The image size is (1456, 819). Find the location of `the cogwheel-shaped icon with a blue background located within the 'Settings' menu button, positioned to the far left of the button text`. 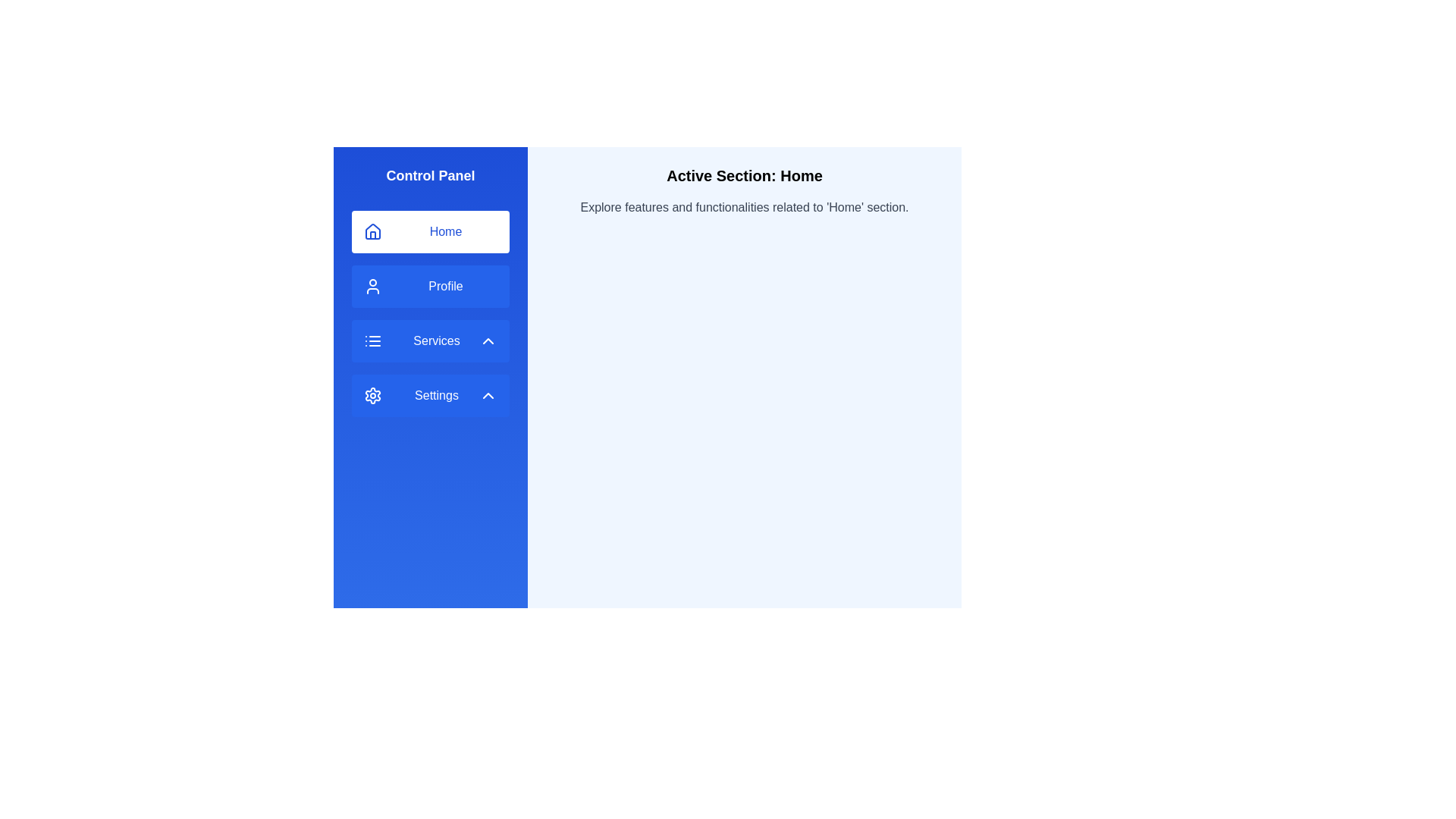

the cogwheel-shaped icon with a blue background located within the 'Settings' menu button, positioned to the far left of the button text is located at coordinates (372, 394).